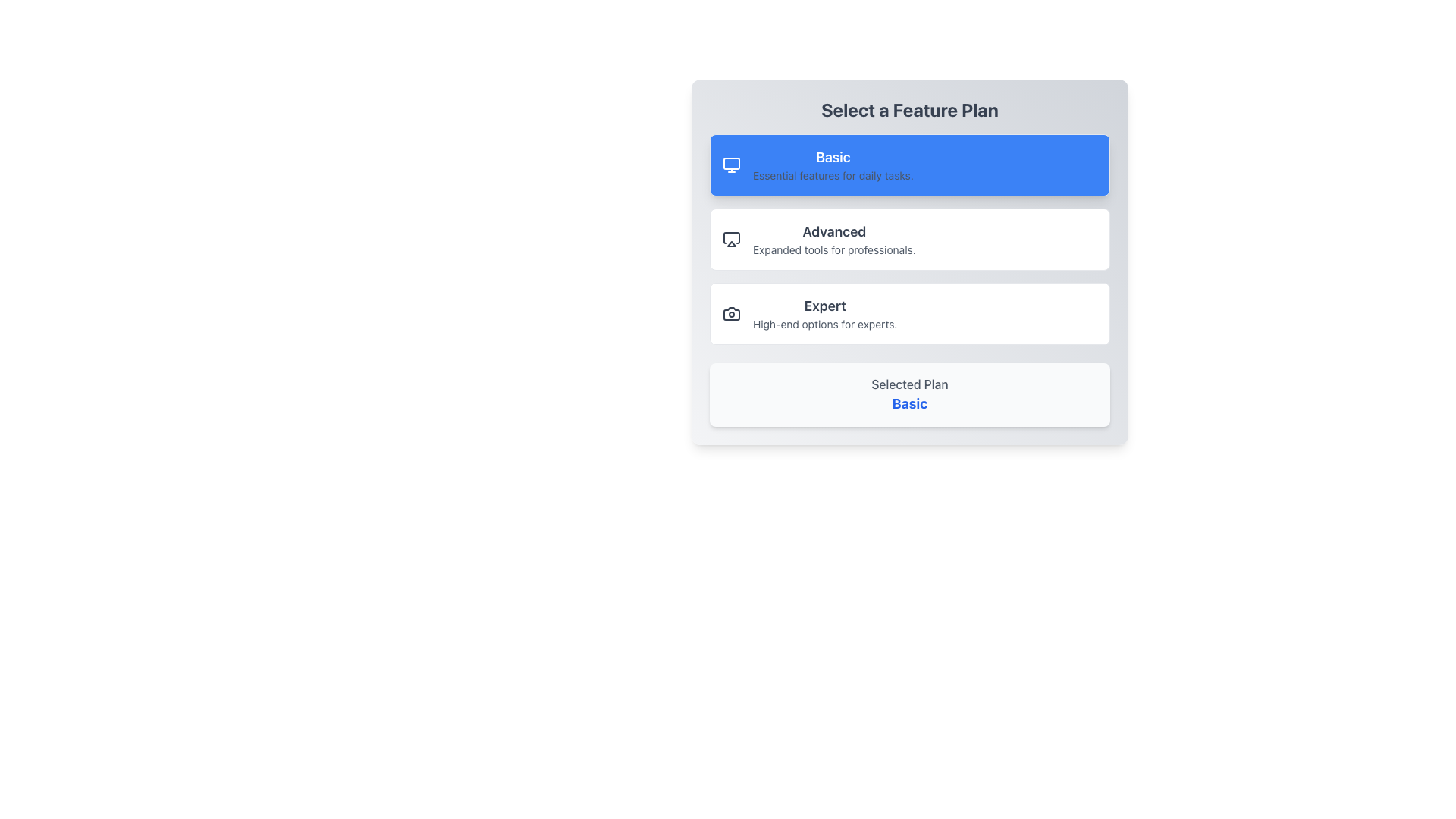 This screenshot has width=1456, height=819. I want to click on the descriptive text element that provides additional information about the 'Expert' feature plan option, located below the 'Expert' title in the UI, so click(824, 324).